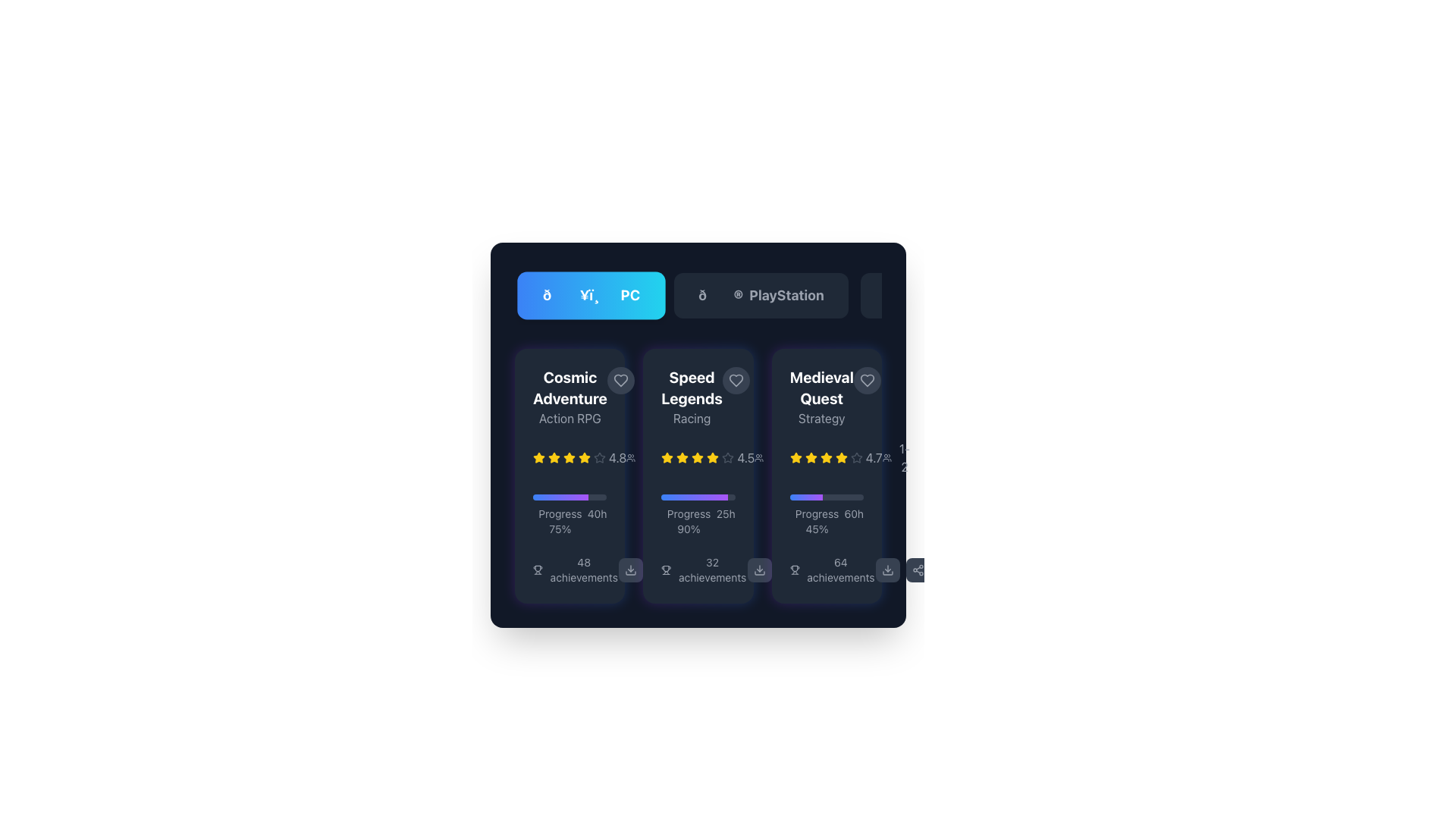  What do you see at coordinates (867, 379) in the screenshot?
I see `the heart icon located in the top-right corner of the Medieval Quest card, which is in the rightmost column of the three displayed cards` at bounding box center [867, 379].